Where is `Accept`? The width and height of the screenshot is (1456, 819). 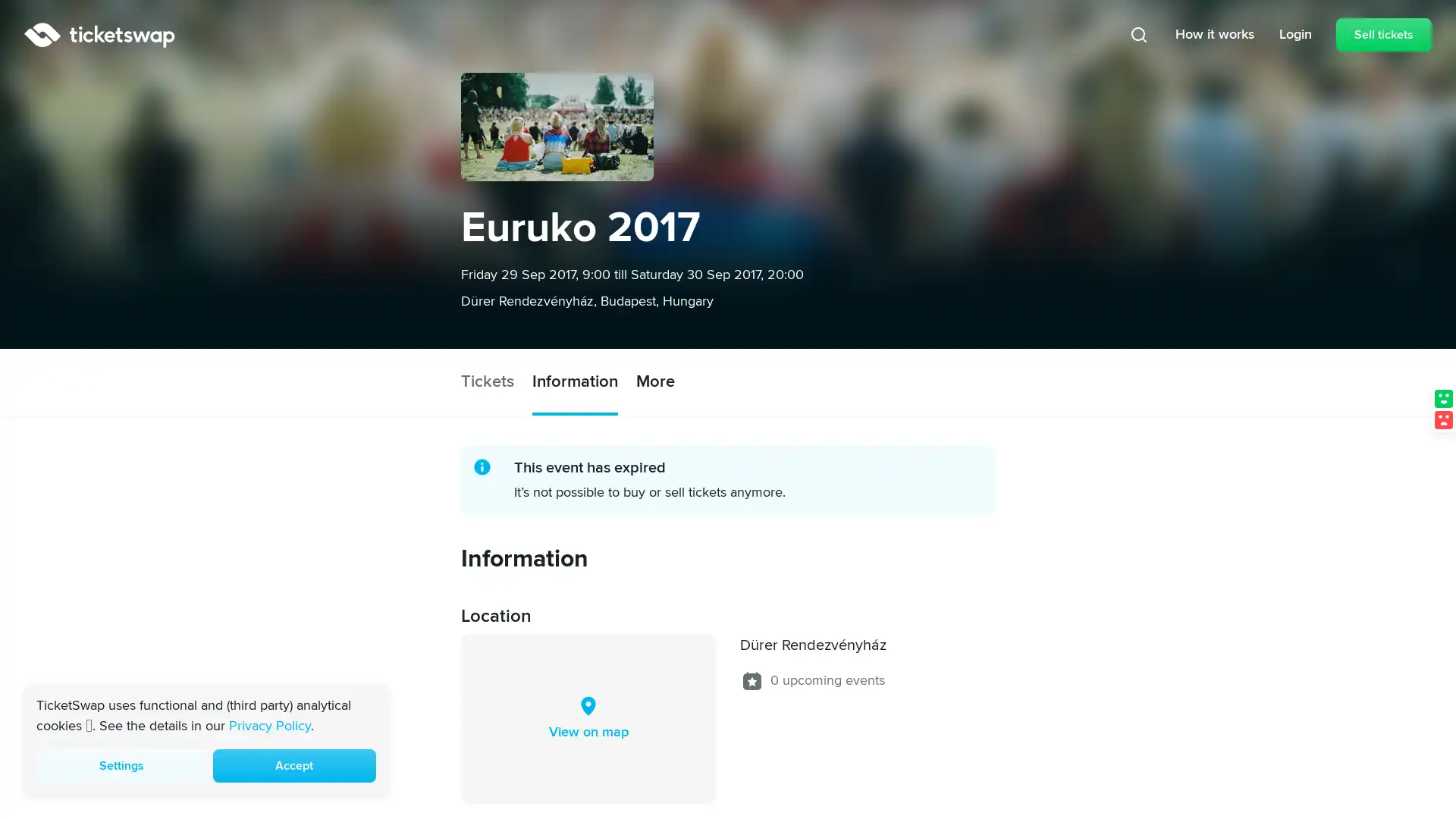
Accept is located at coordinates (294, 766).